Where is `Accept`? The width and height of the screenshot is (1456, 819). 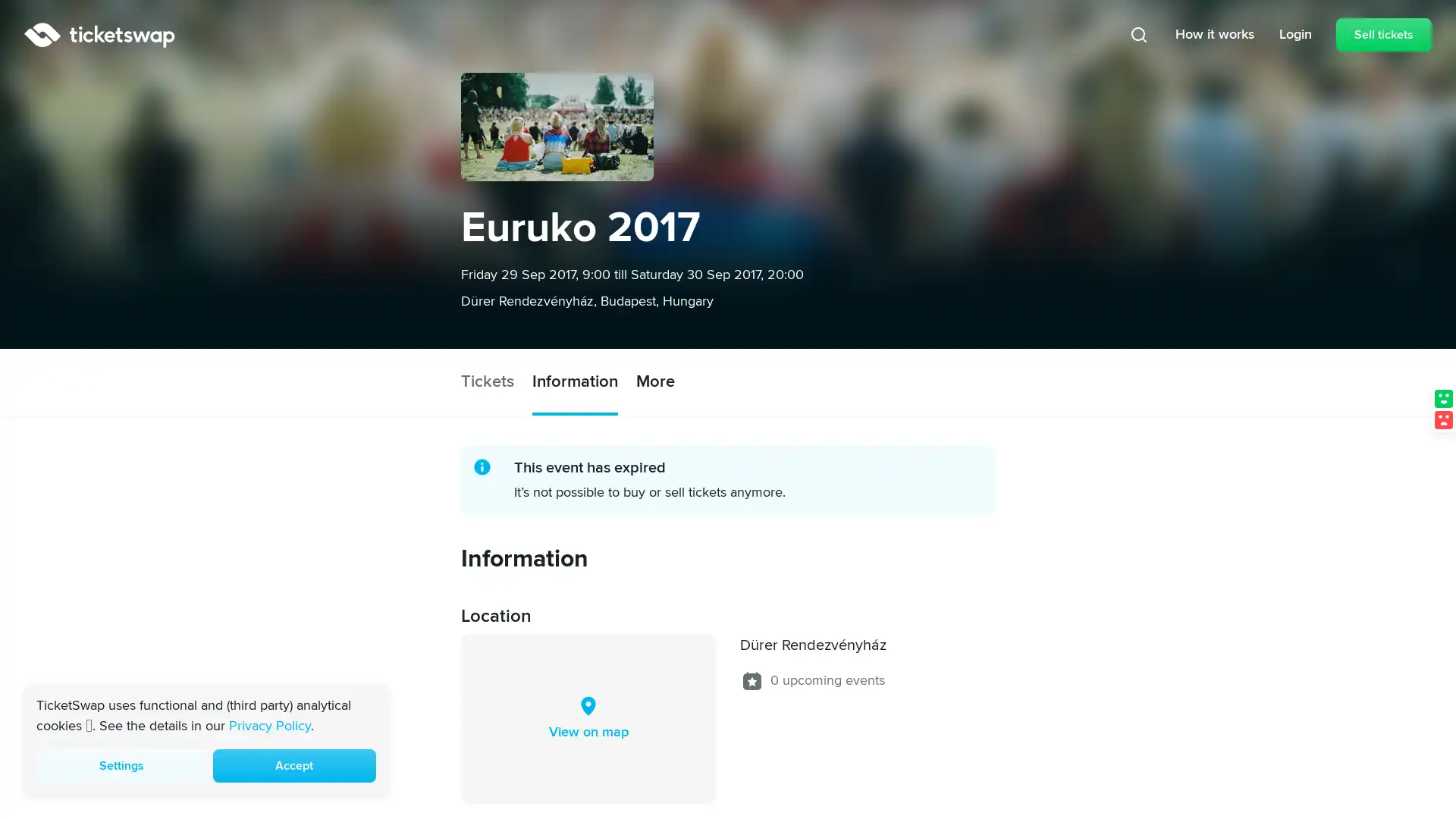
Accept is located at coordinates (294, 766).